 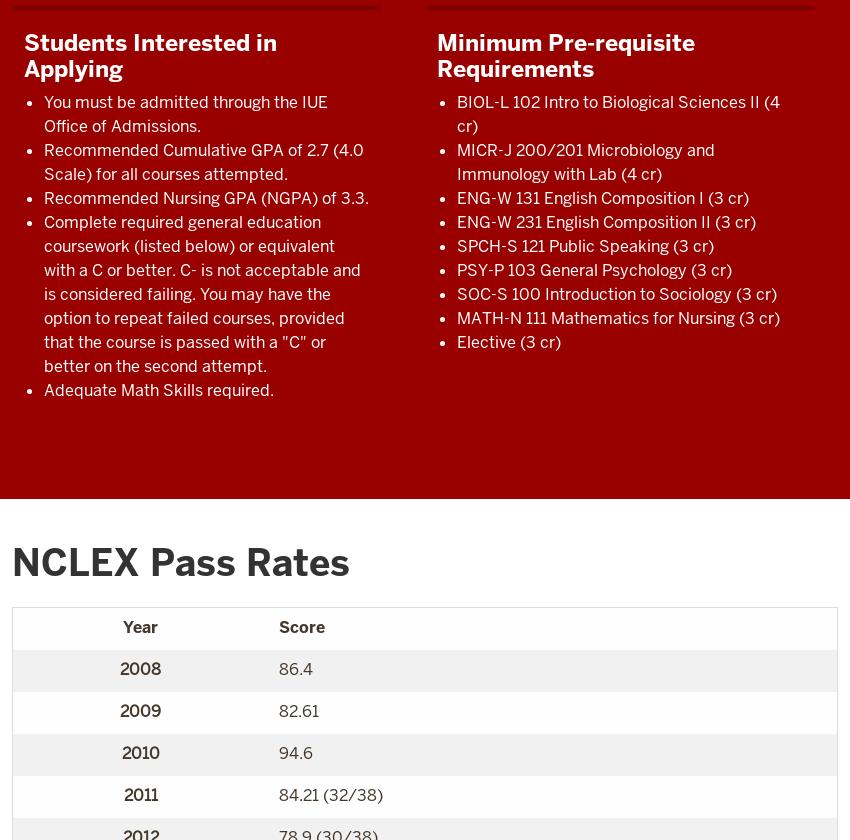 What do you see at coordinates (140, 710) in the screenshot?
I see `'2009'` at bounding box center [140, 710].